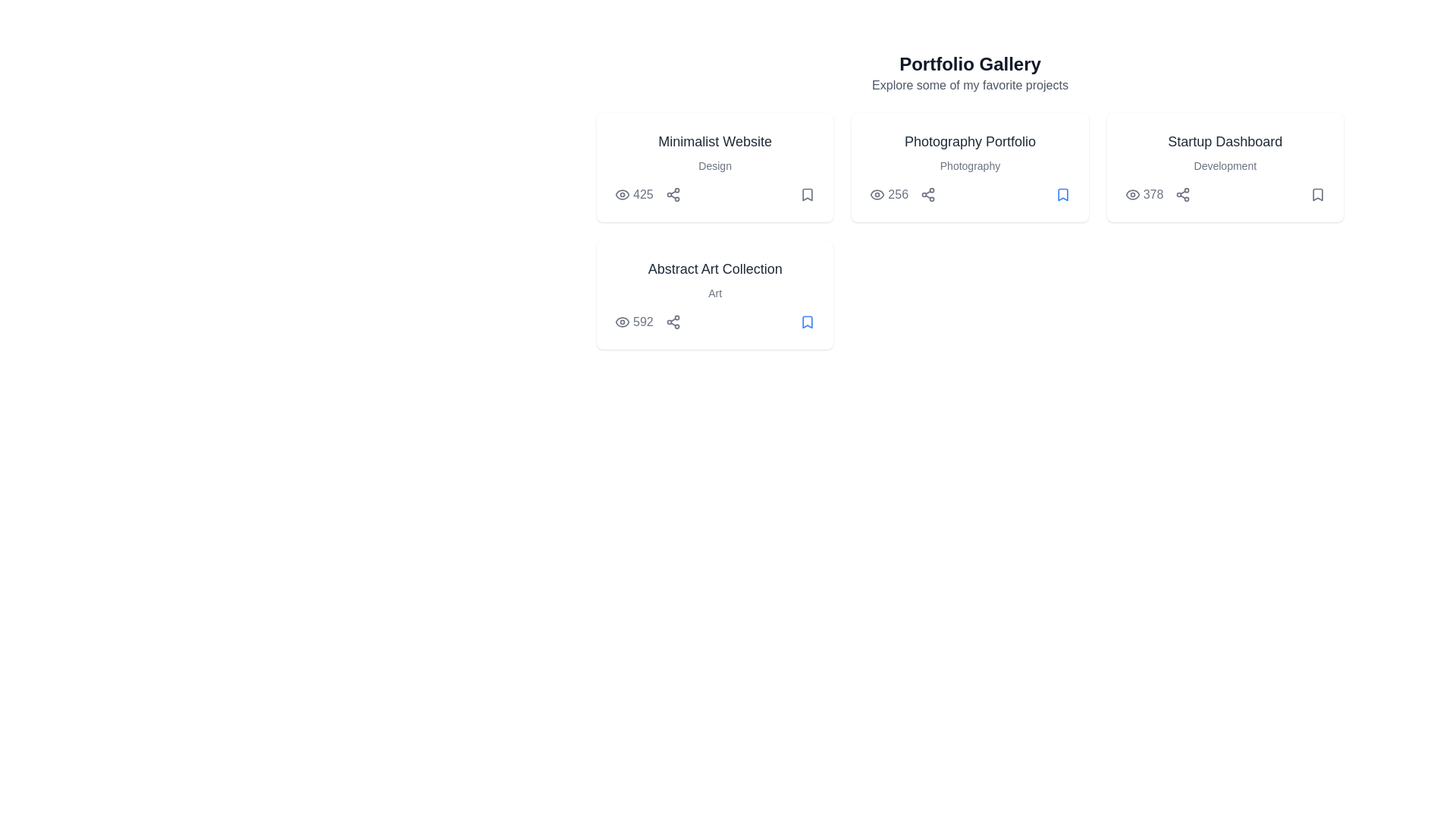 The width and height of the screenshot is (1456, 819). Describe the element at coordinates (877, 194) in the screenshot. I see `the eye icon indicating visibility metrics to the left of the numeral '256' in the 'Photography Portfolio' card on the second row of the grid layout` at that location.